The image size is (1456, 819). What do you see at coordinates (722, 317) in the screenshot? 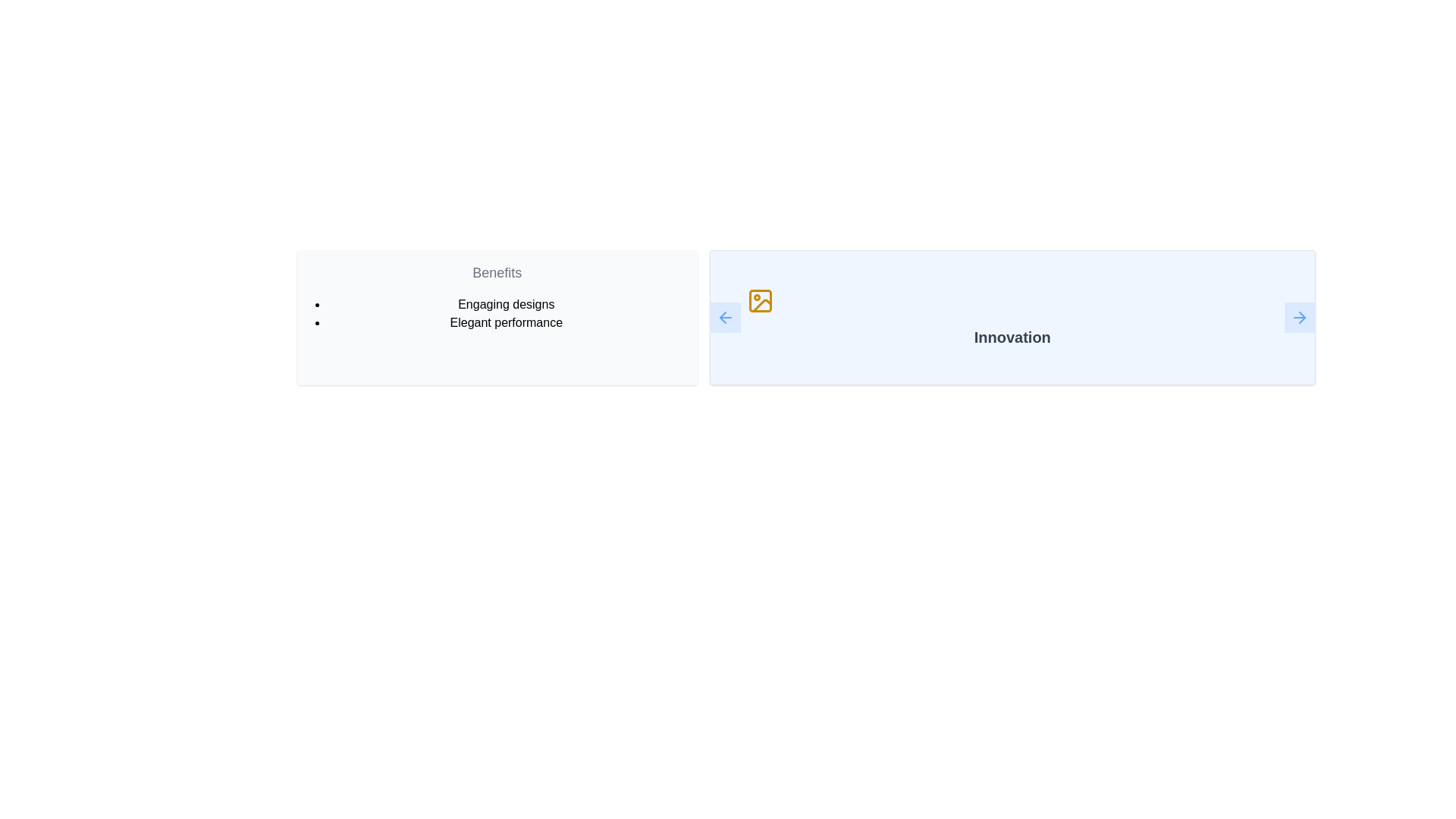
I see `the leftward-pointing arrow icon in the blue-themed UI` at bounding box center [722, 317].